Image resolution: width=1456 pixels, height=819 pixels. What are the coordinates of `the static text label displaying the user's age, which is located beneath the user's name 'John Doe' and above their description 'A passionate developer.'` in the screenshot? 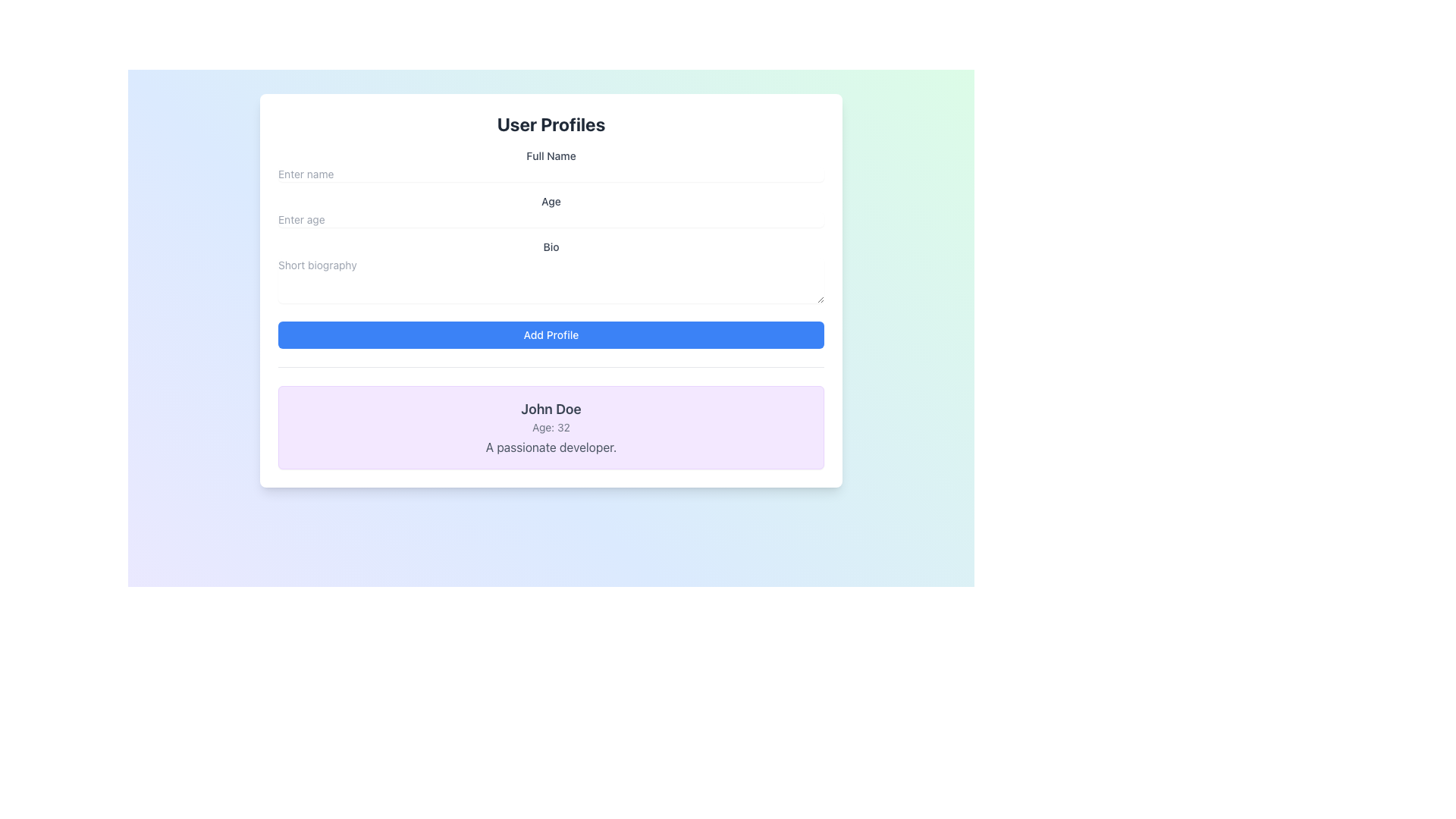 It's located at (550, 427).